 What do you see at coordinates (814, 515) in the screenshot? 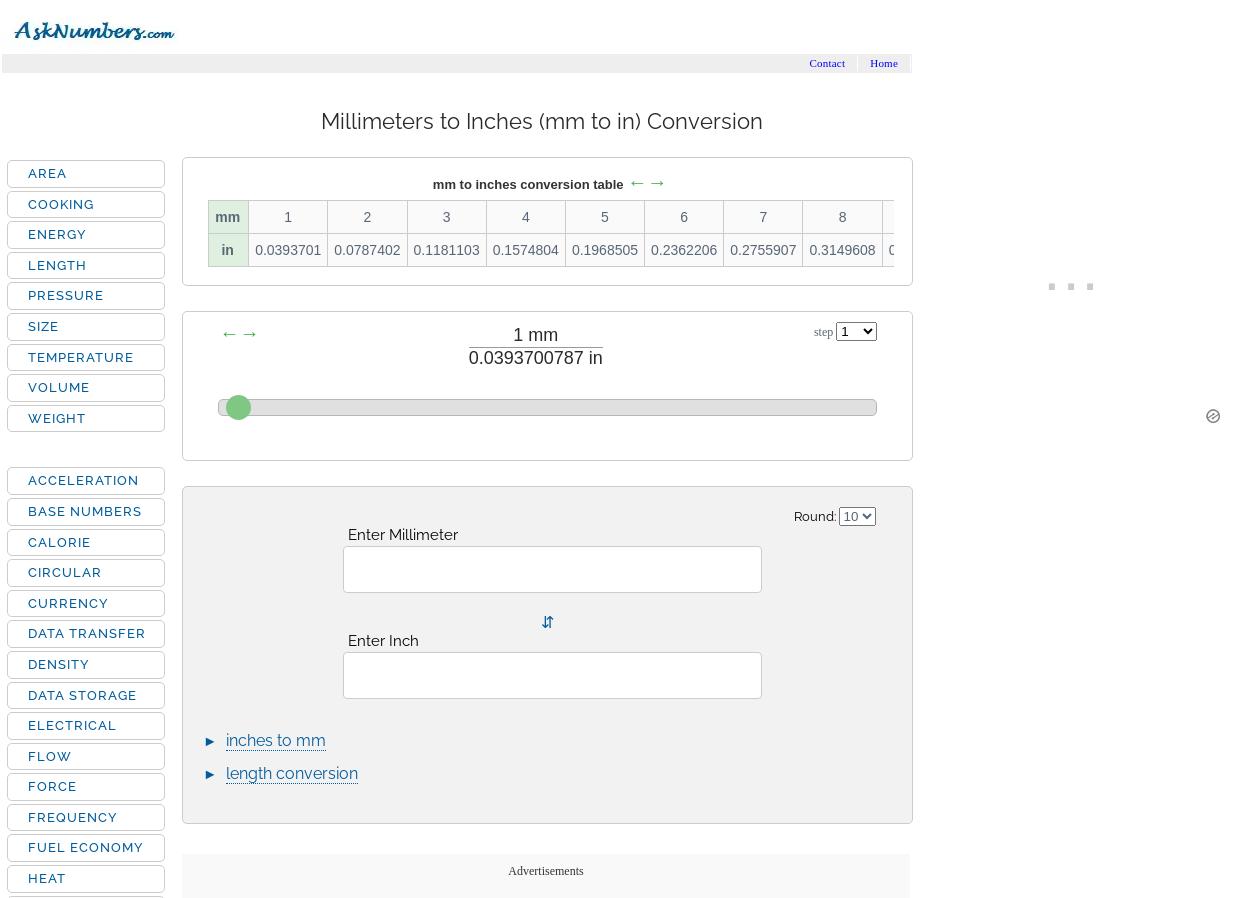
I see `'Round:'` at bounding box center [814, 515].